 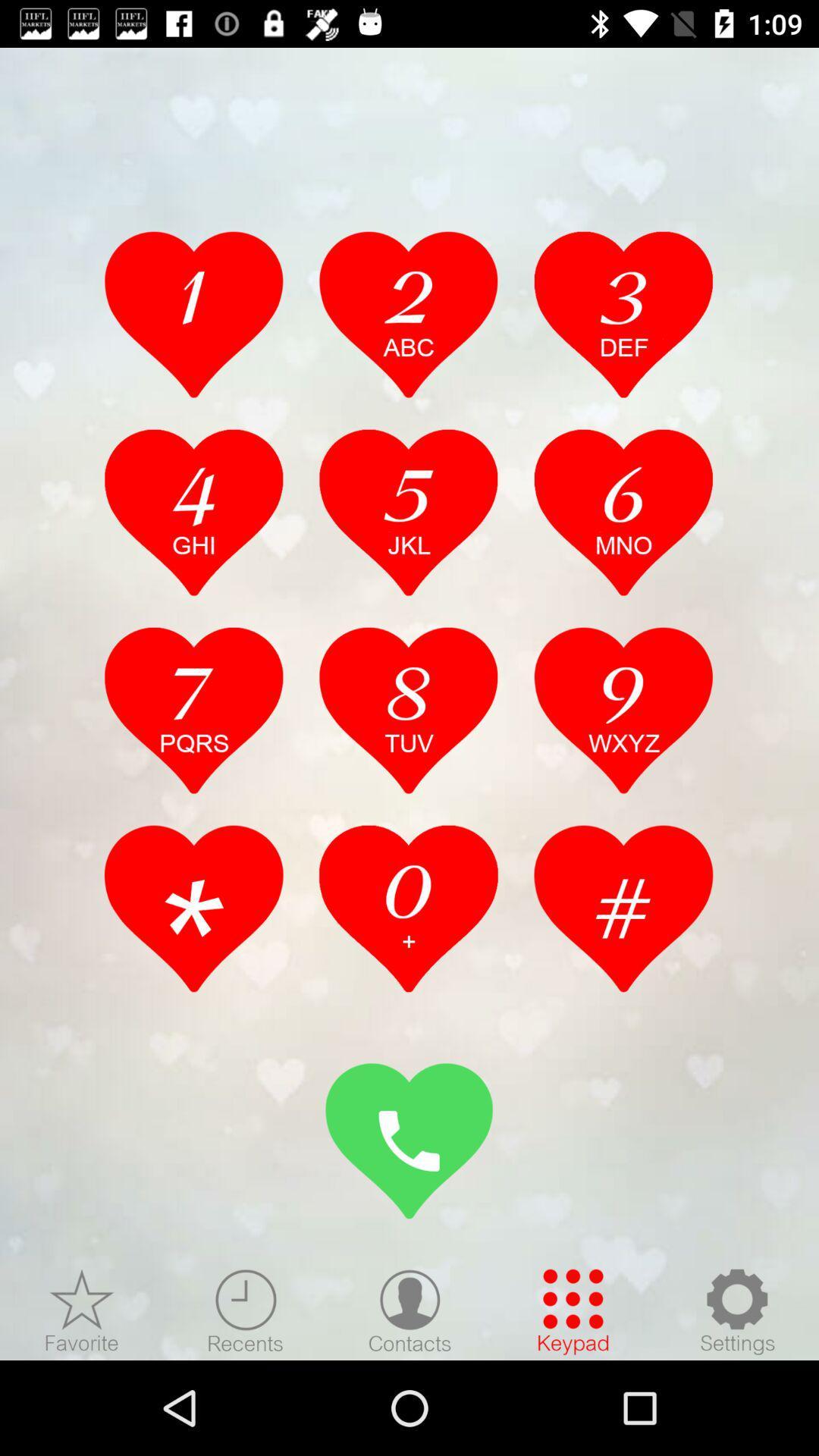 I want to click on press number 6, so click(x=623, y=512).